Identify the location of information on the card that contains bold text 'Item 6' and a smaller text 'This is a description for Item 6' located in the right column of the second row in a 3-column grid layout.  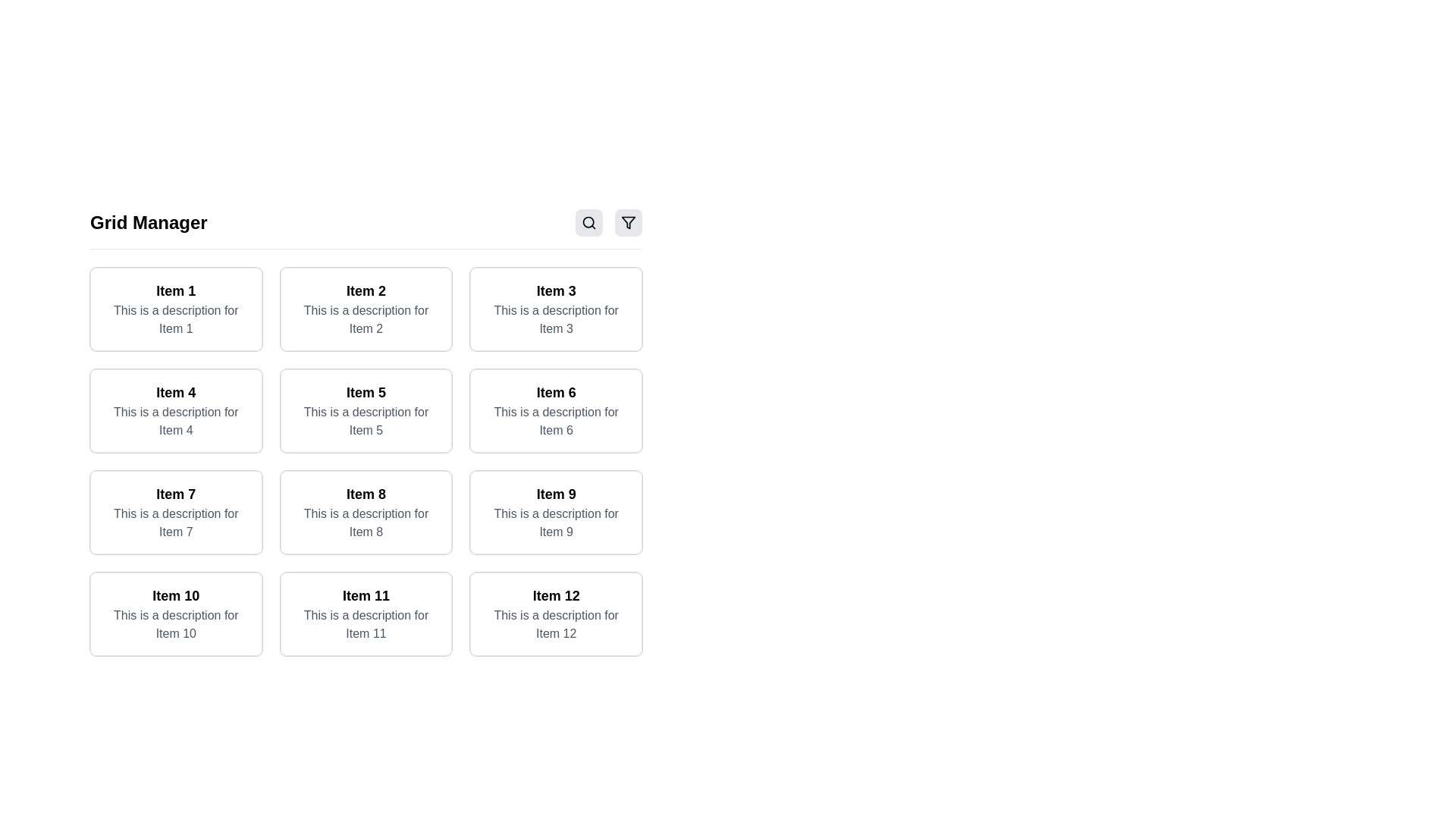
(555, 411).